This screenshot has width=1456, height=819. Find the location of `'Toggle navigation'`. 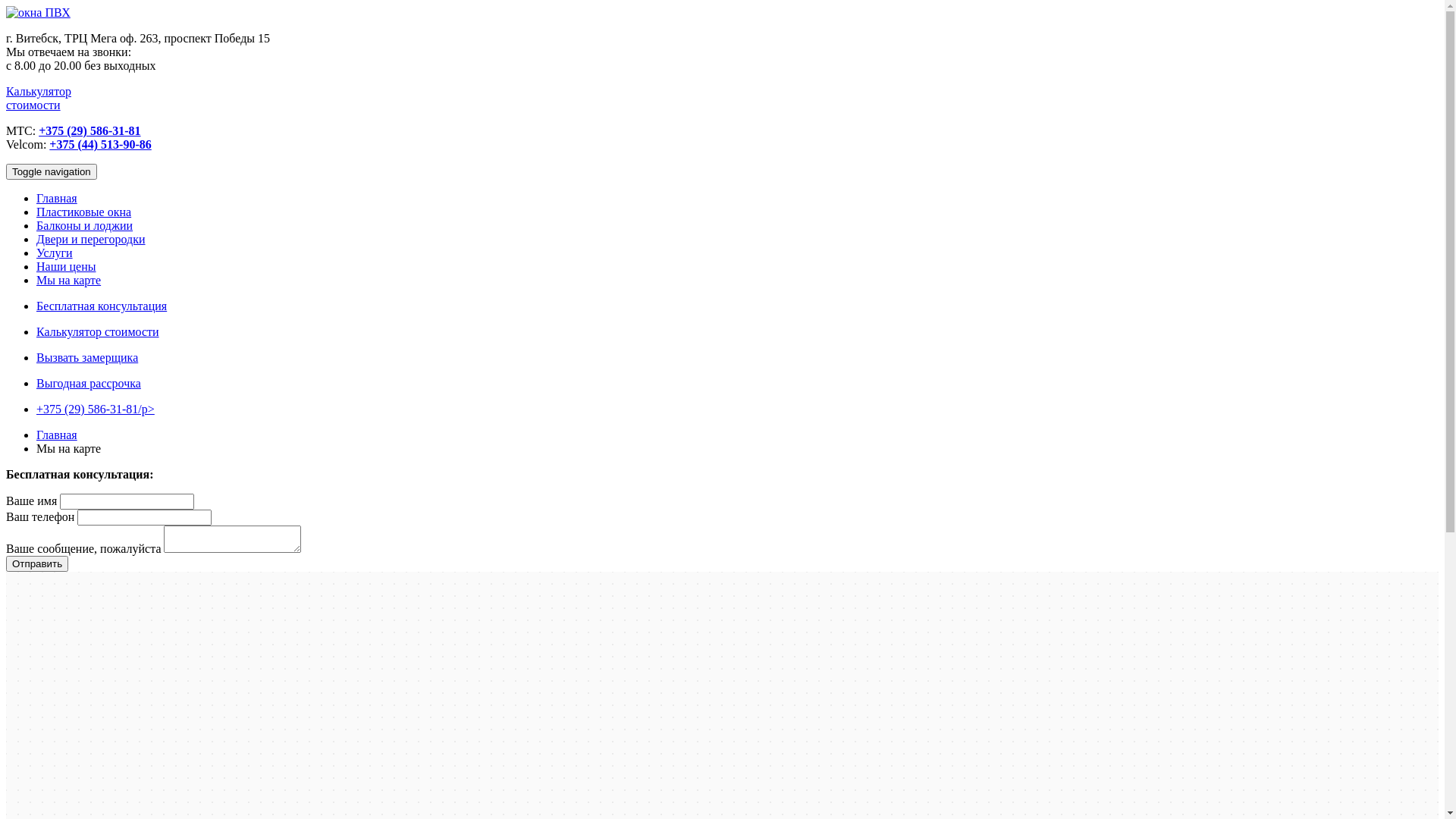

'Toggle navigation' is located at coordinates (51, 171).